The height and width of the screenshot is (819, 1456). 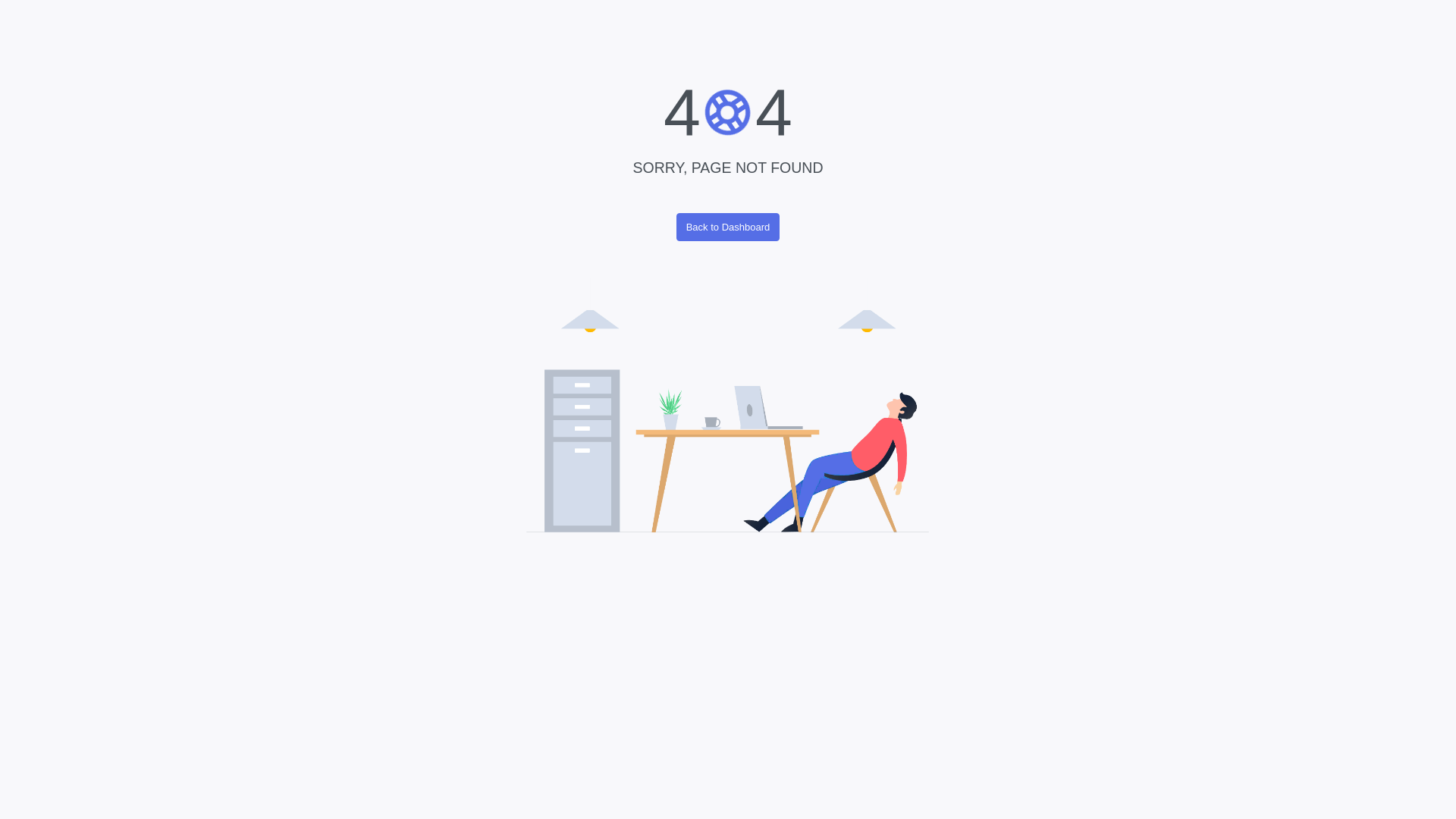 What do you see at coordinates (728, 227) in the screenshot?
I see `'Back to Dashboard'` at bounding box center [728, 227].